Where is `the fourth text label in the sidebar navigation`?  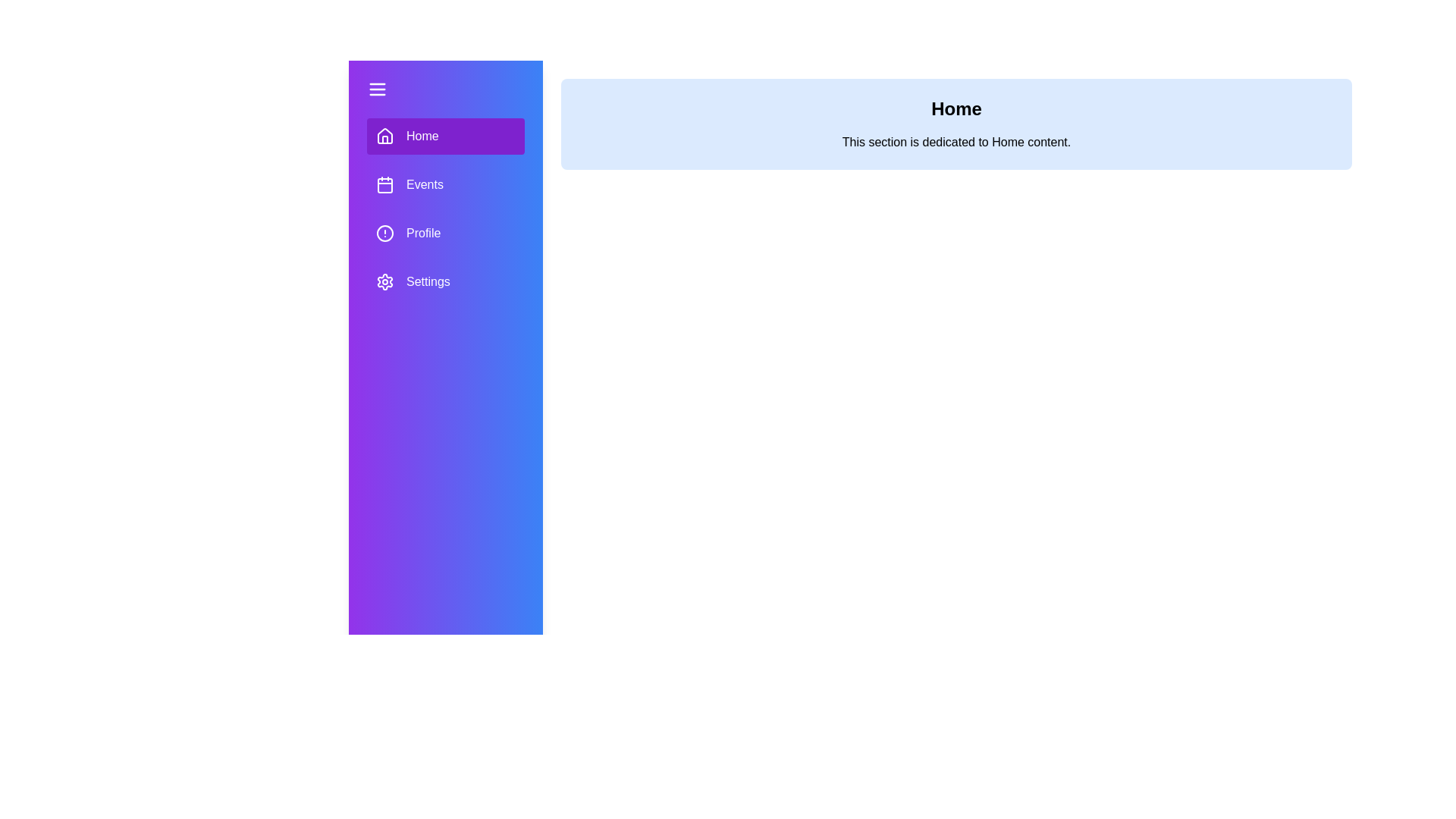
the fourth text label in the sidebar navigation is located at coordinates (427, 281).